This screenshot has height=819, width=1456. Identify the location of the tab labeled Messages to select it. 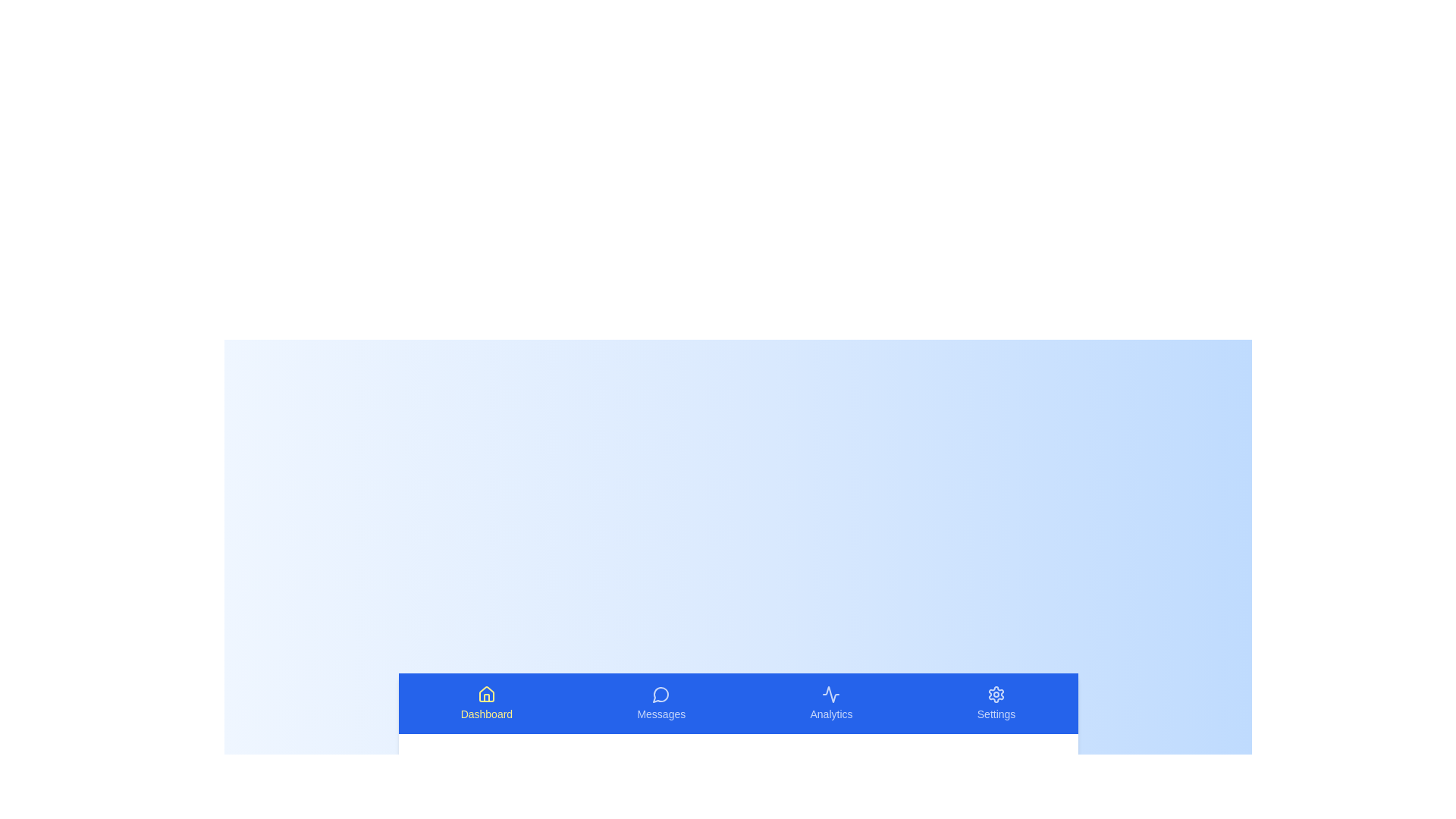
(661, 704).